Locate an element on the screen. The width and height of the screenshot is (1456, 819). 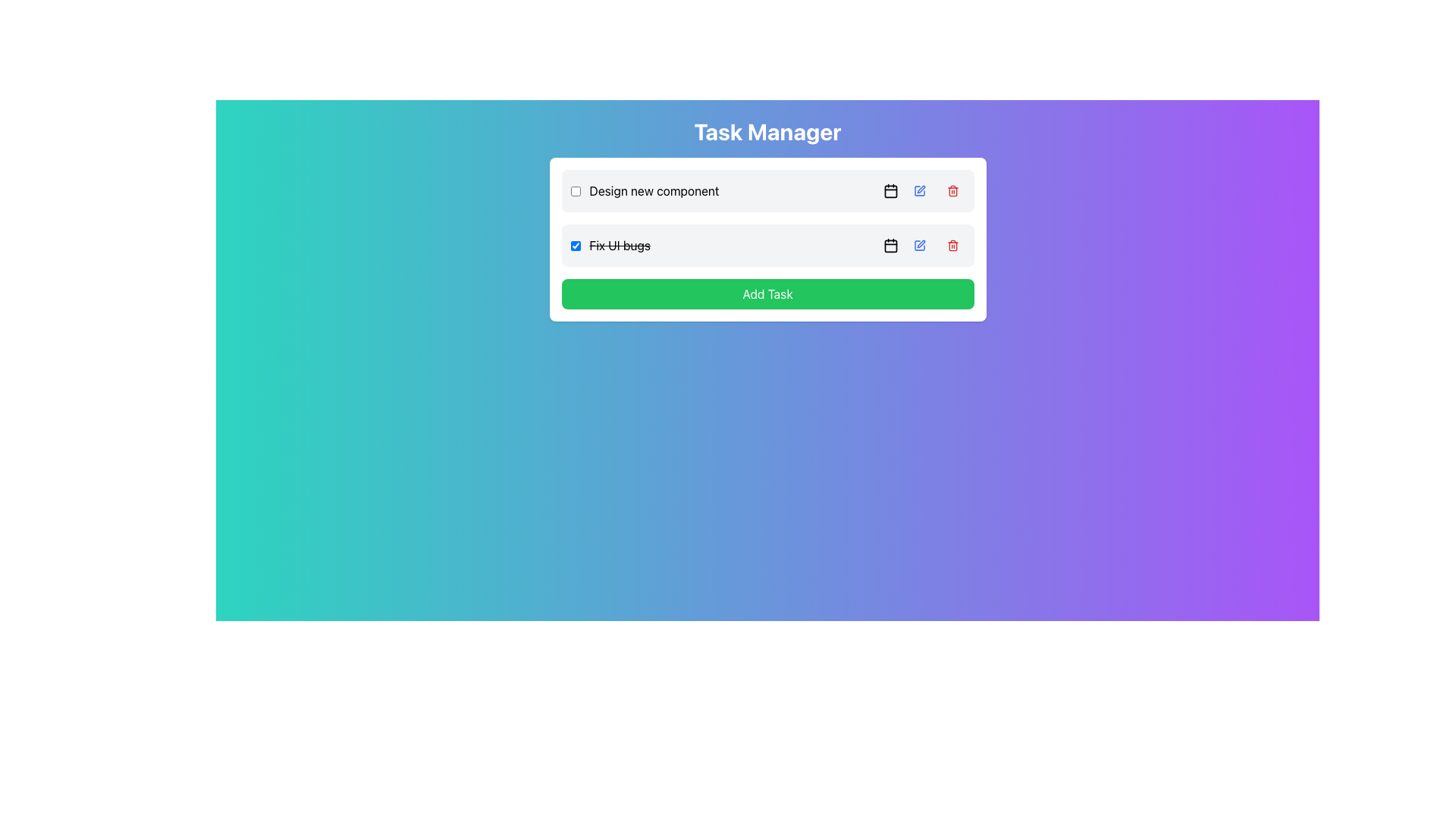
the edit action icon located to the right of the task description in the task manager interface is located at coordinates (920, 189).